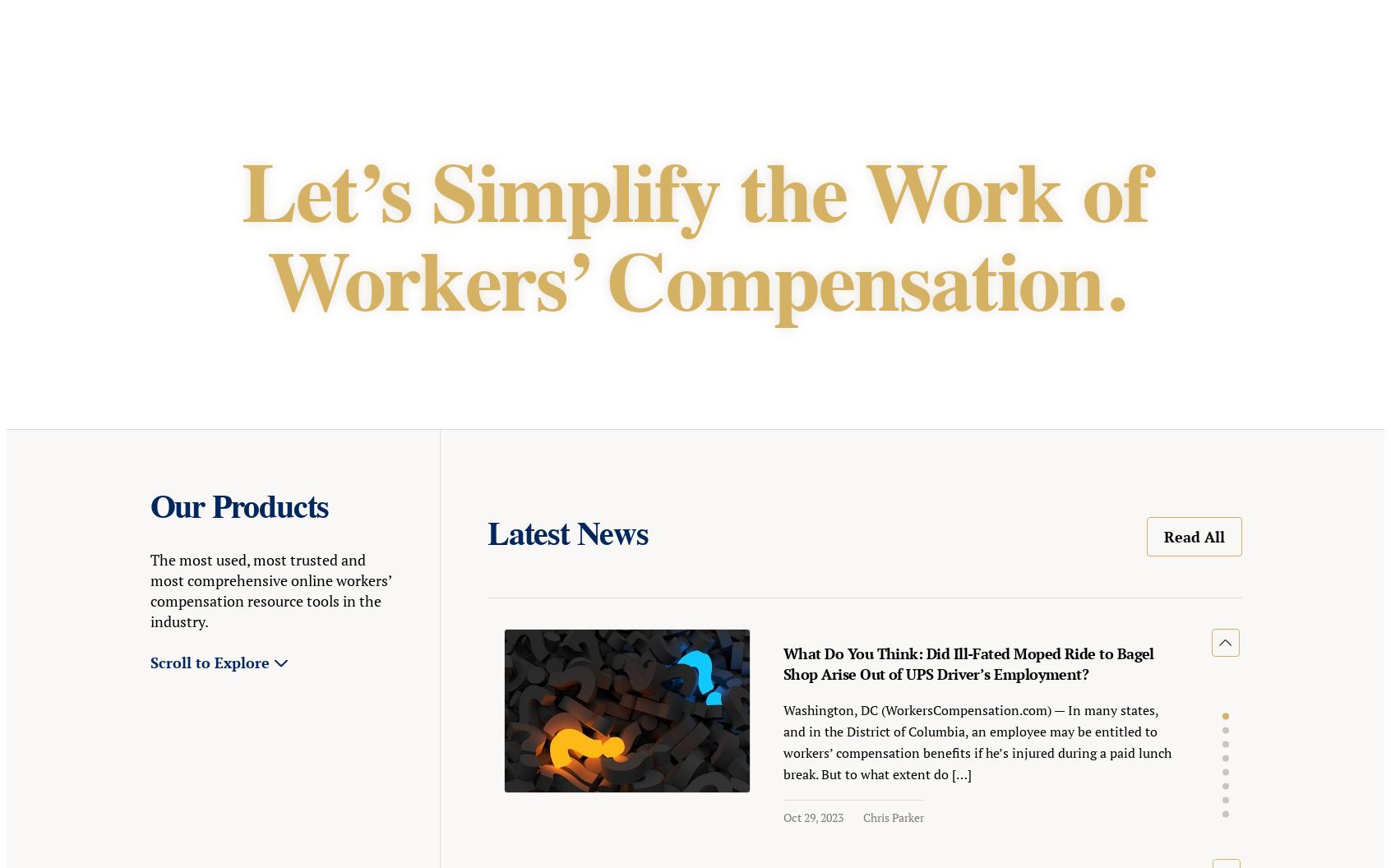 The width and height of the screenshot is (1391, 868). Describe the element at coordinates (633, 517) in the screenshot. I see `'1 Florida CEU hours'` at that location.